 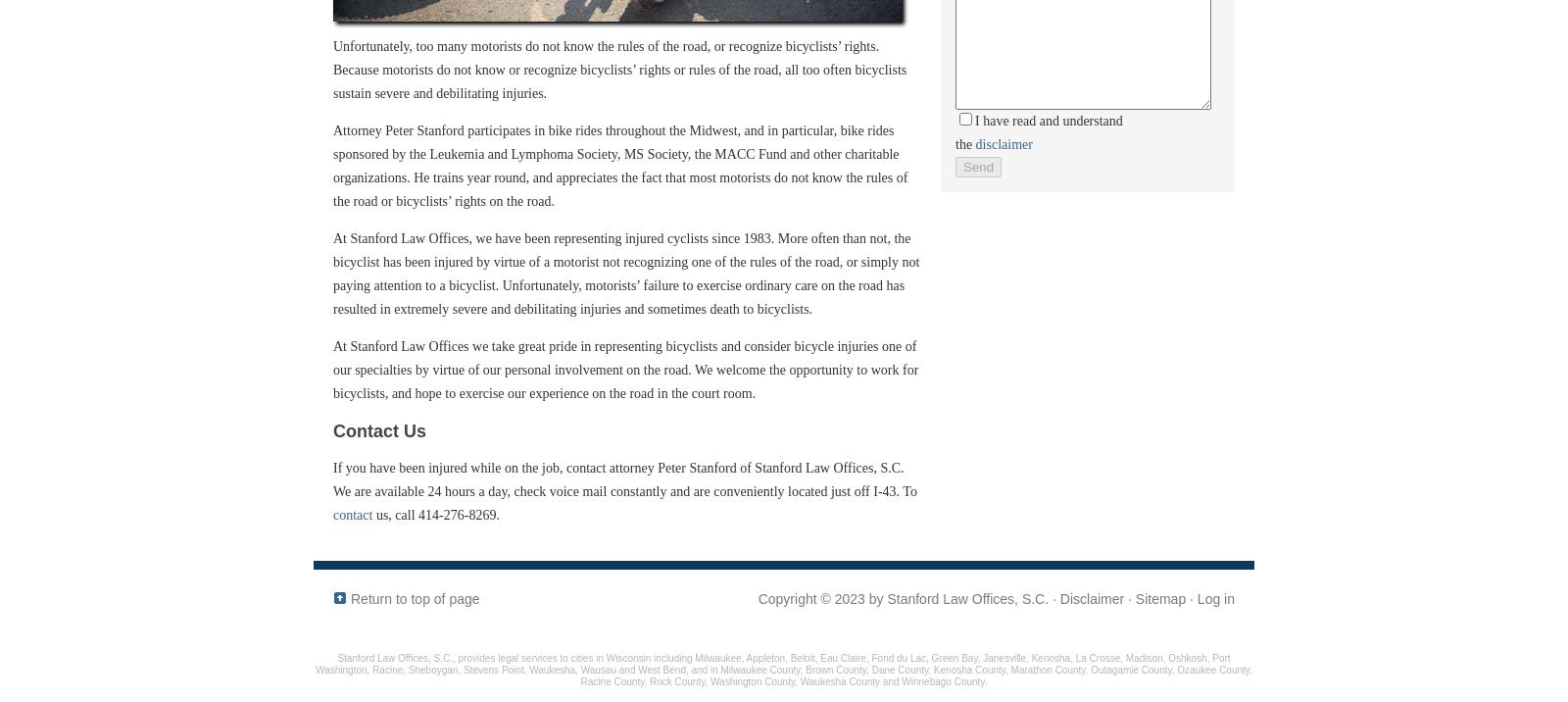 What do you see at coordinates (353, 514) in the screenshot?
I see `'contact'` at bounding box center [353, 514].